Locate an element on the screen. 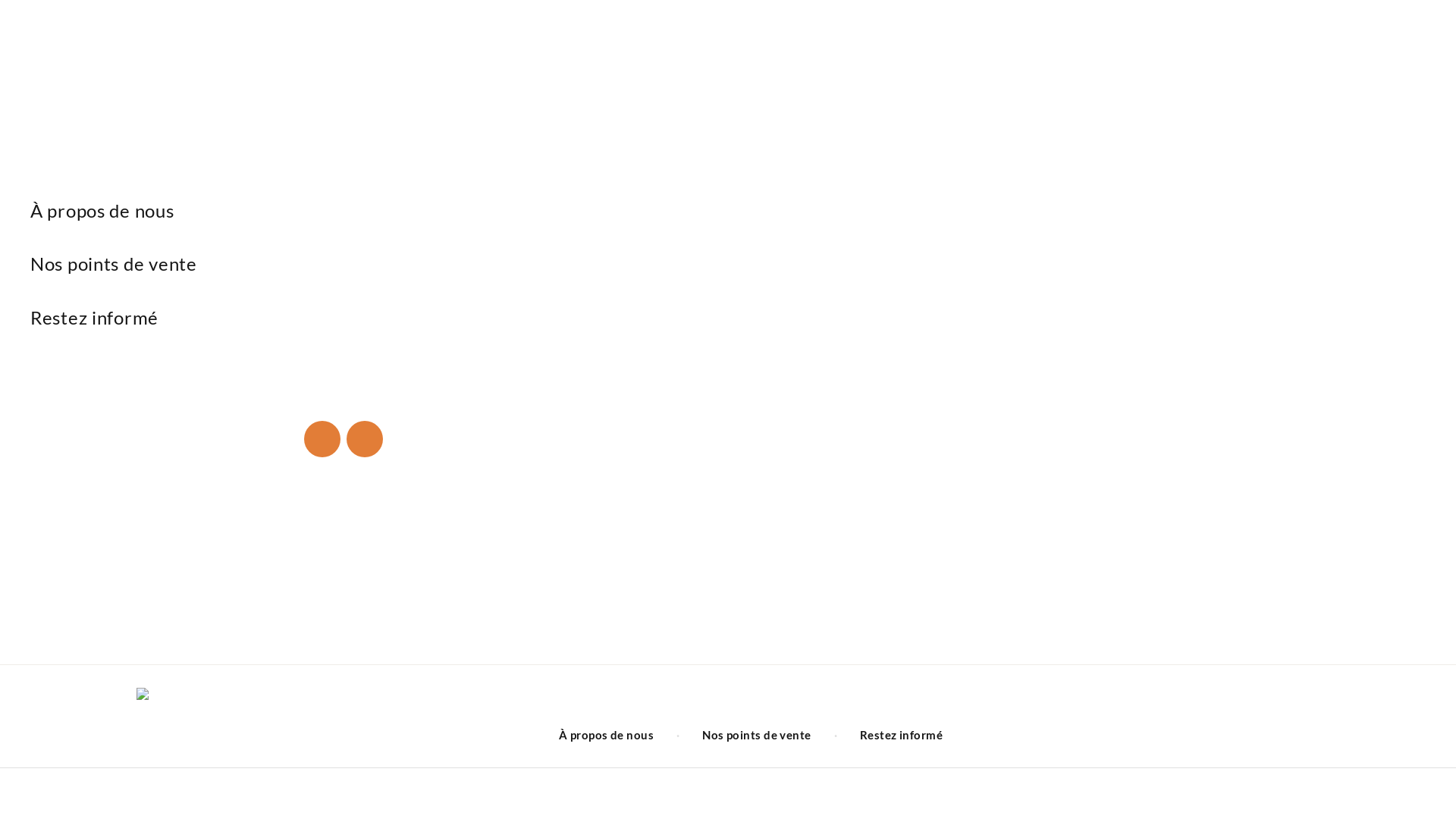 This screenshot has height=819, width=1456. 'Nos points de vente' is located at coordinates (757, 734).